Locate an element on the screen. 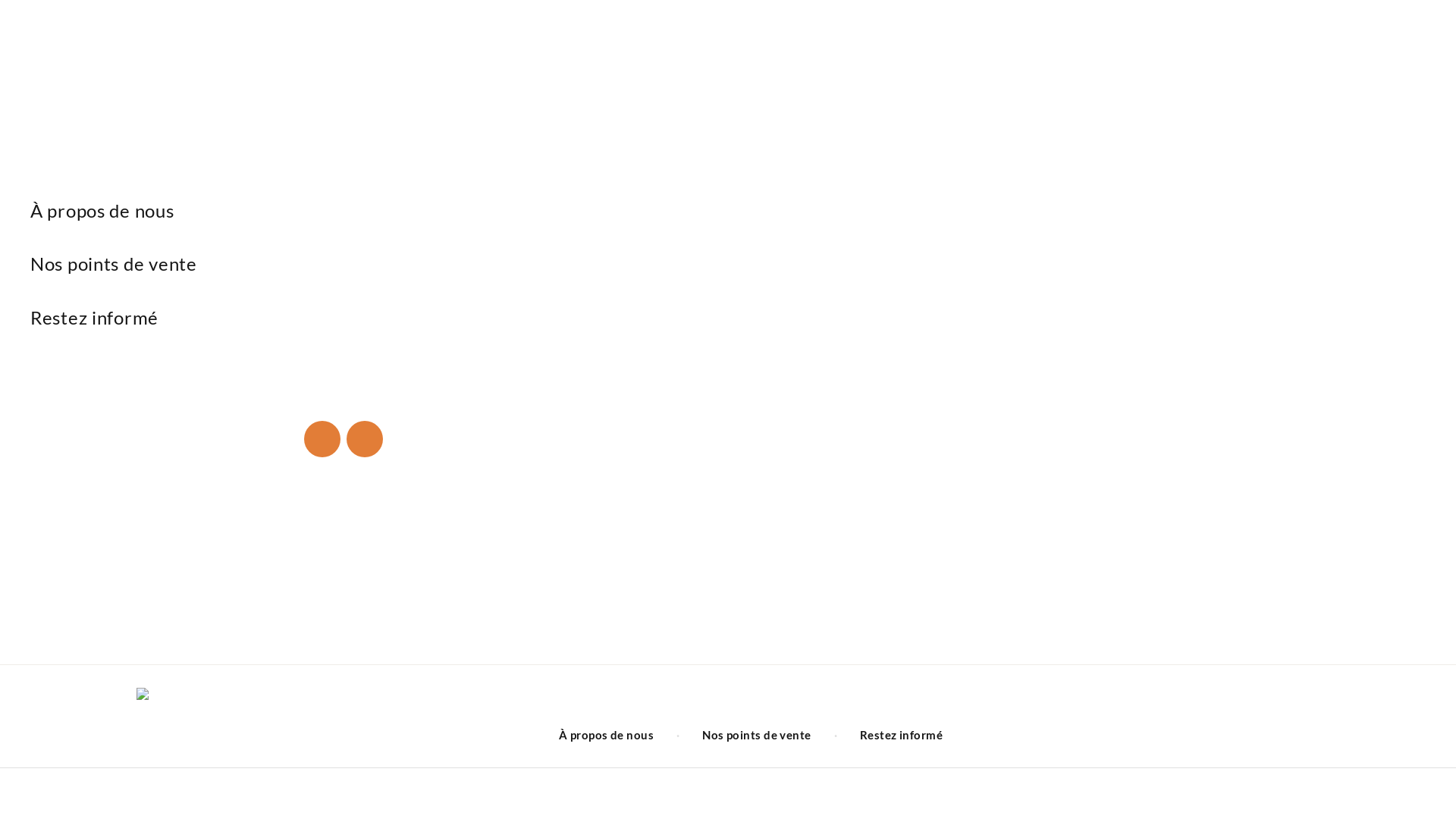 This screenshot has height=819, width=1456. 'Nos points de vente' is located at coordinates (757, 734).